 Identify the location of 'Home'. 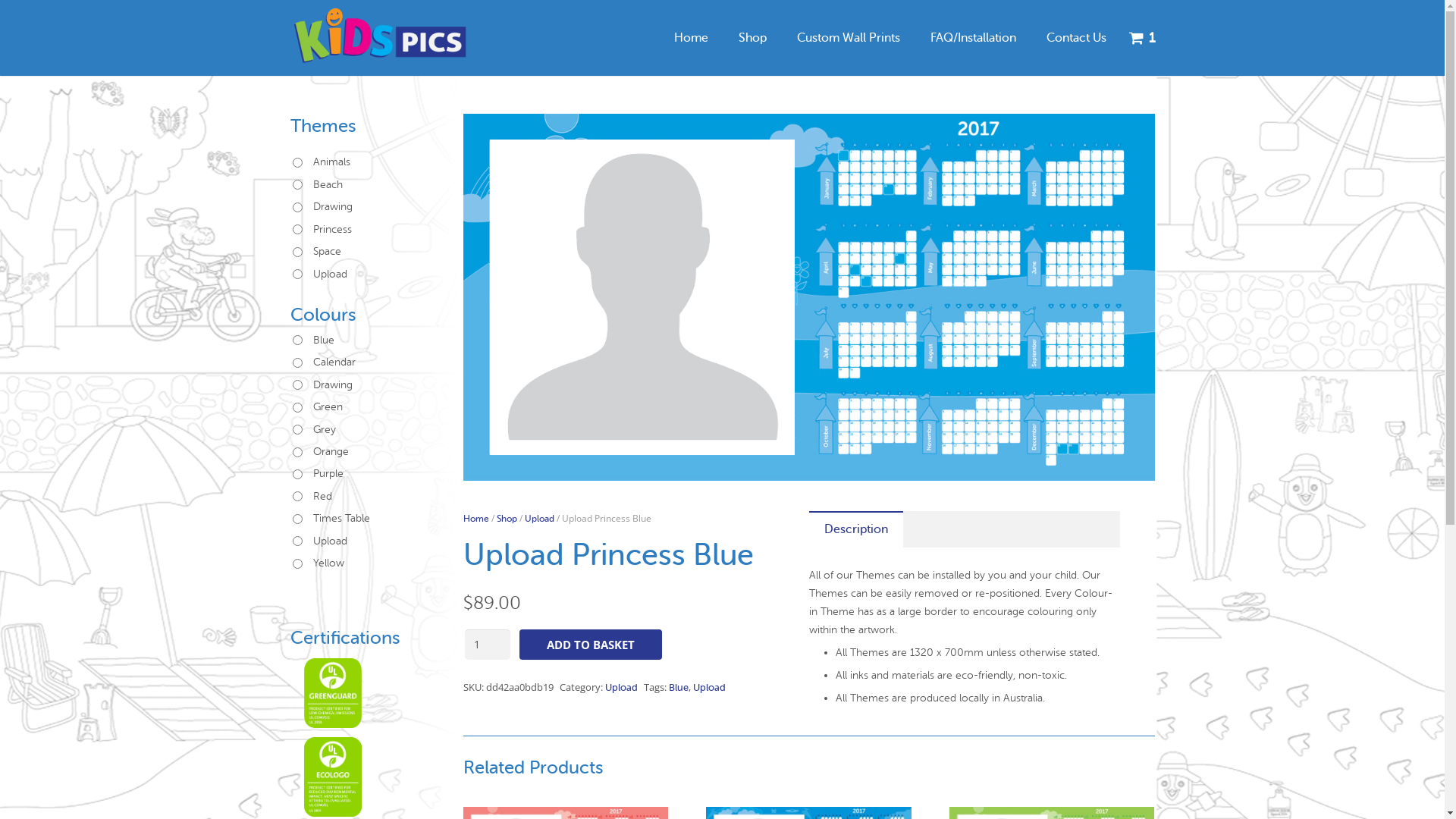
(475, 517).